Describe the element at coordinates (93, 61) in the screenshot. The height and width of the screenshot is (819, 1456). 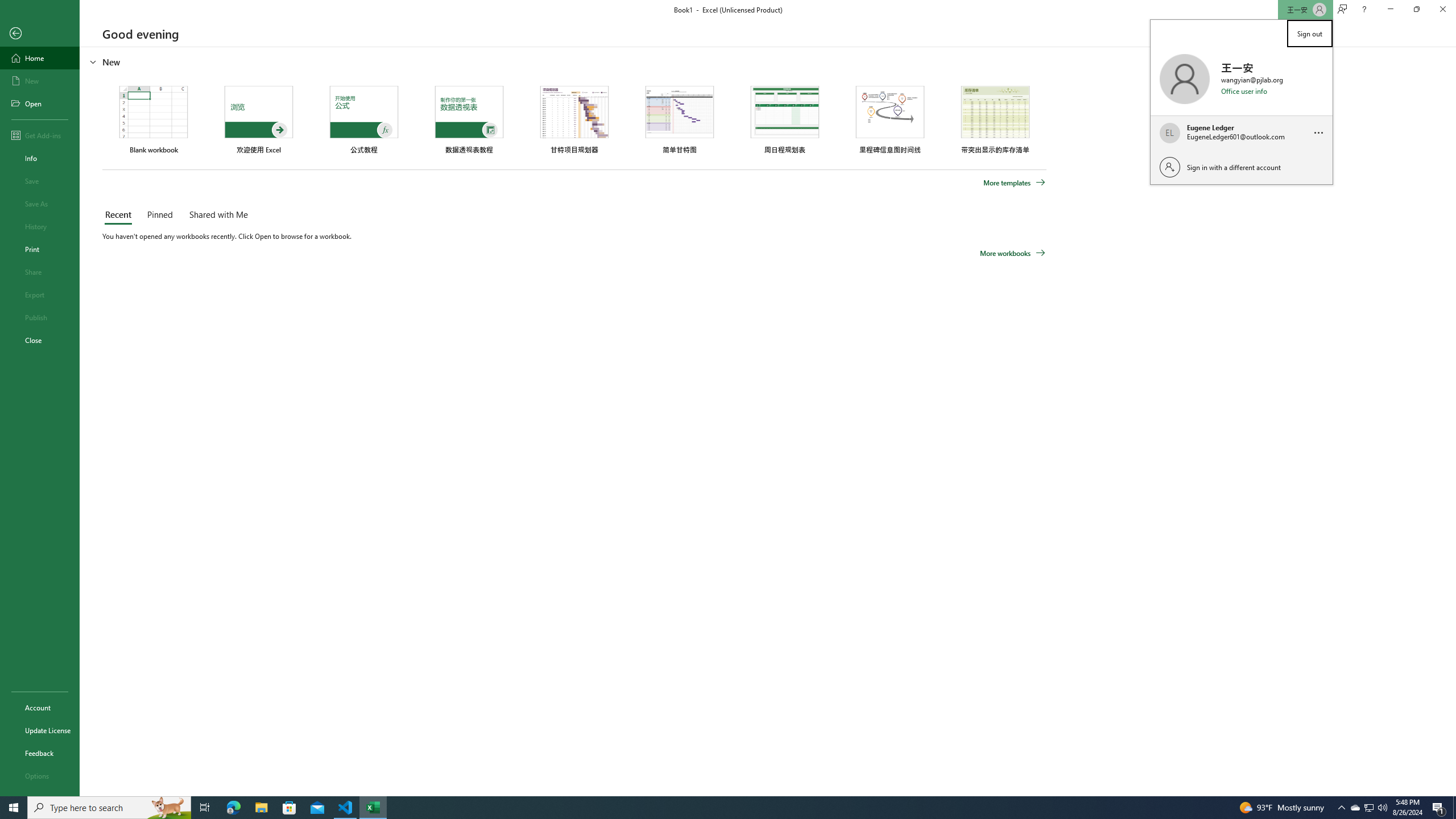
I see `'Hide or show region'` at that location.